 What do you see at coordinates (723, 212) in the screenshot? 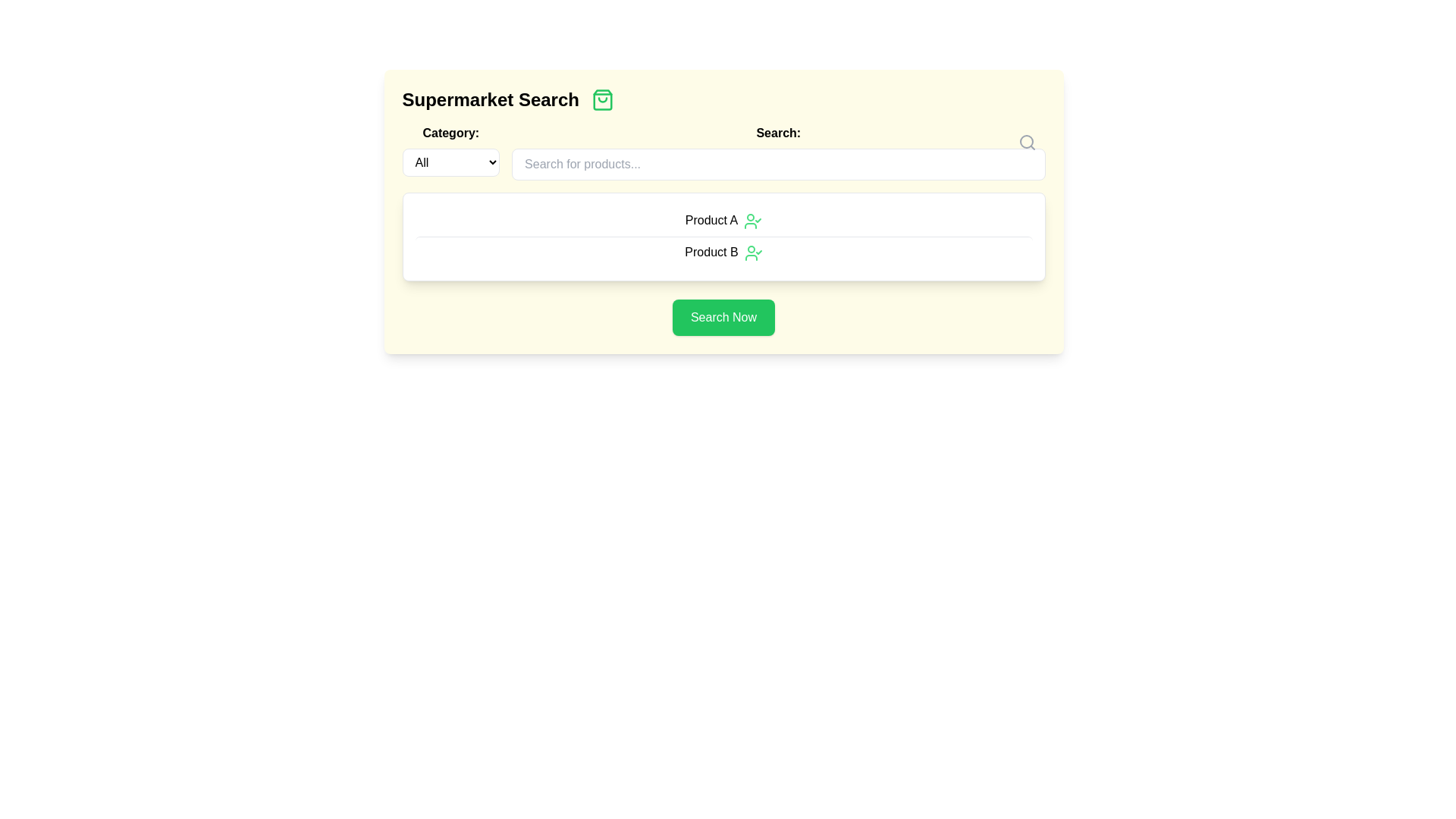
I see `the filter options within the central search interface of the supermarket application, located under the header` at bounding box center [723, 212].